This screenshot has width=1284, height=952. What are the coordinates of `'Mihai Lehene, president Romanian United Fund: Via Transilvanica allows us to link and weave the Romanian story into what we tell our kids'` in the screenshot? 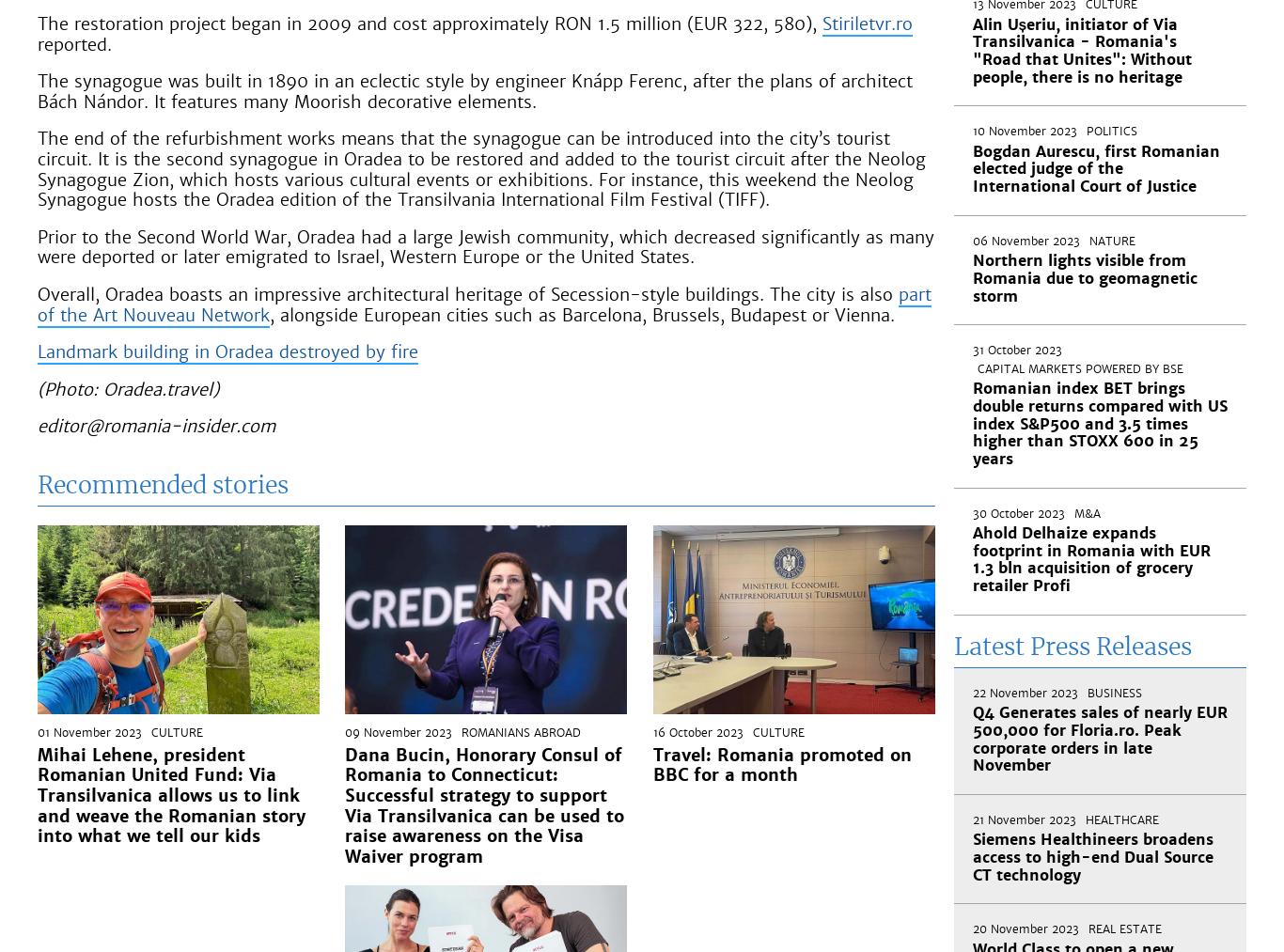 It's located at (170, 793).